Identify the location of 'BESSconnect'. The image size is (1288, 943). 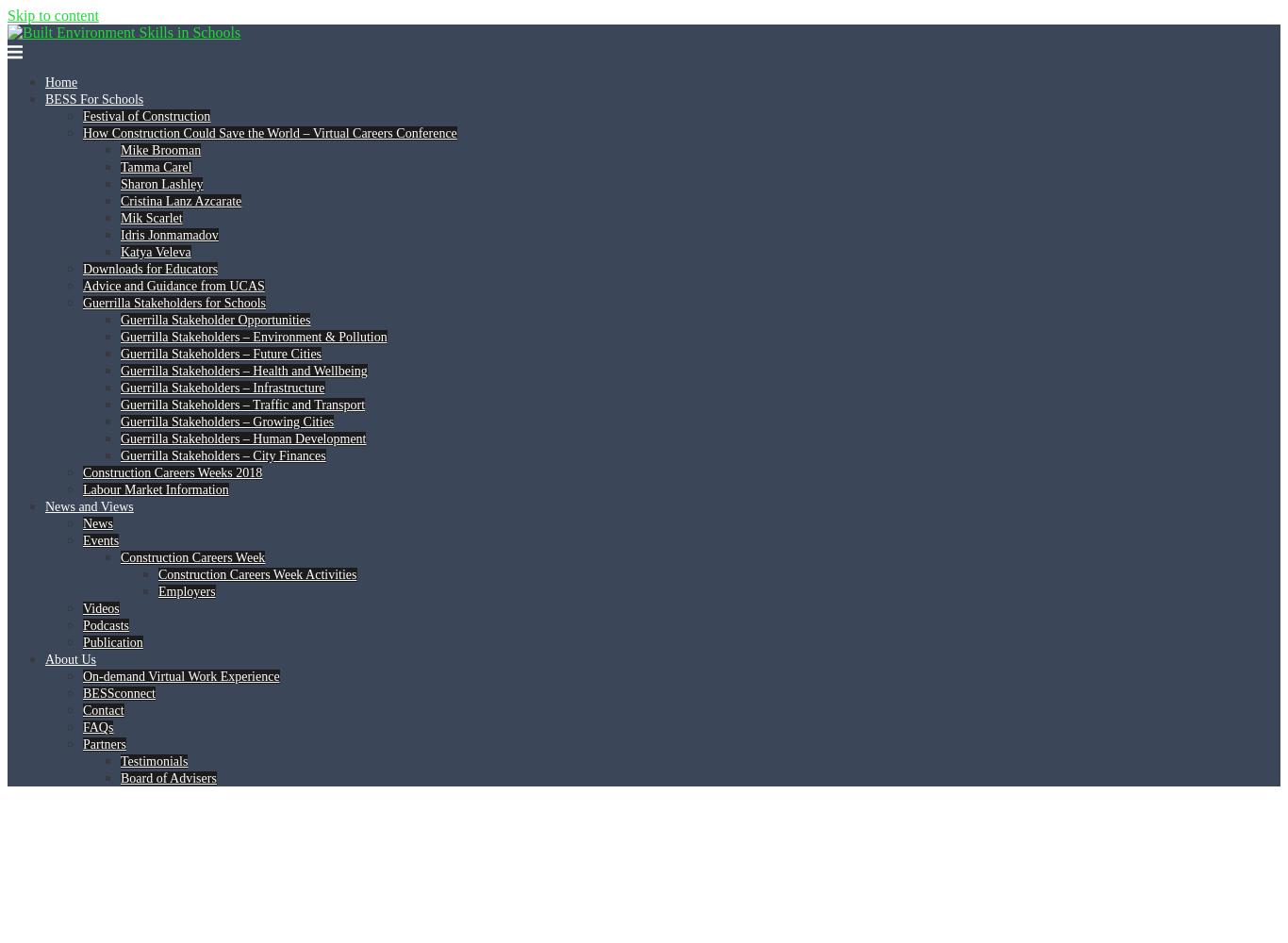
(118, 692).